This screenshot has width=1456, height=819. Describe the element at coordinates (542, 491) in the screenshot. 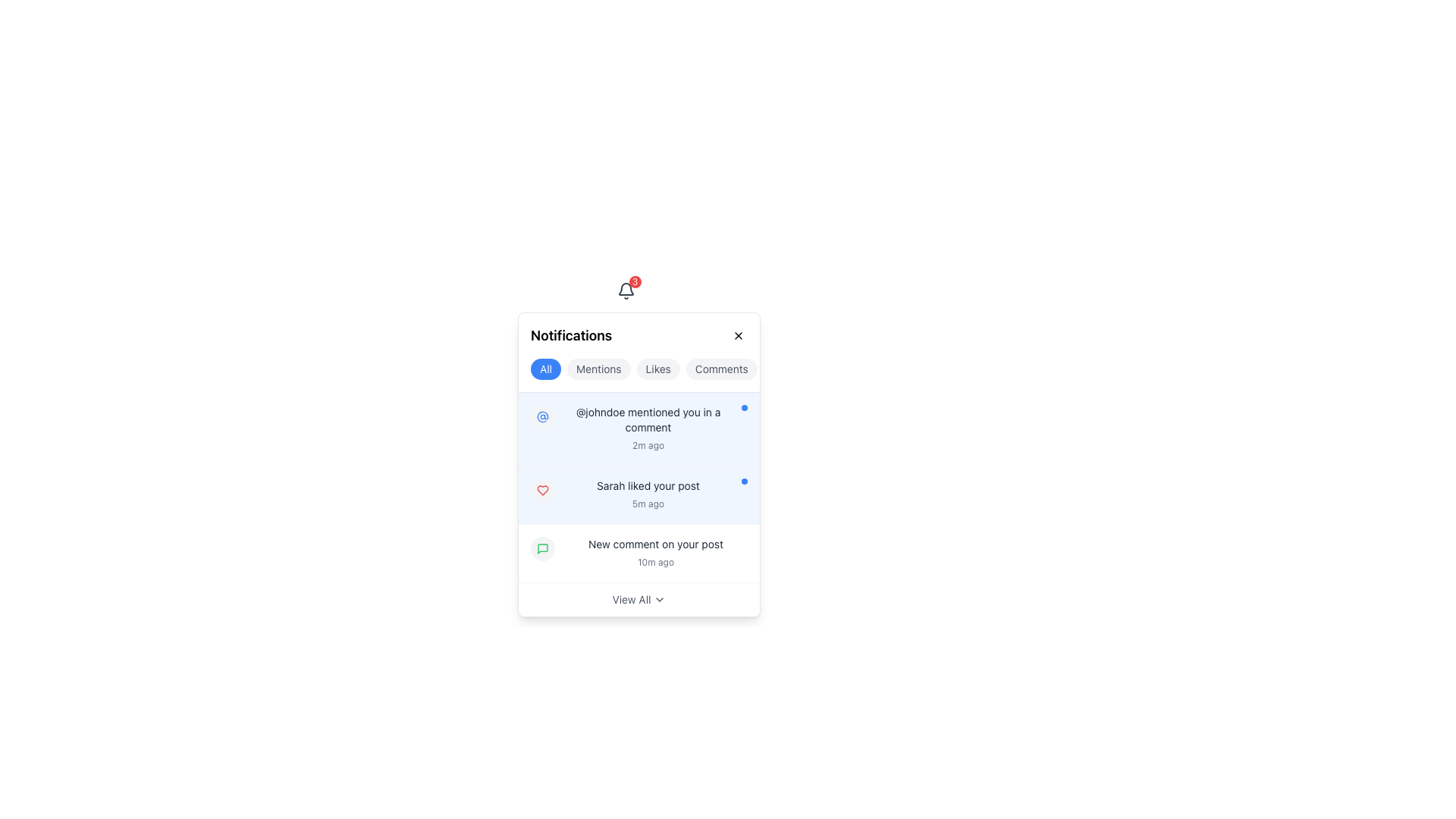

I see `the visual representation of the red heart icon indicating a 'like' action, located in the notification menu pop-up for the entry 'Sarah liked your post'` at that location.